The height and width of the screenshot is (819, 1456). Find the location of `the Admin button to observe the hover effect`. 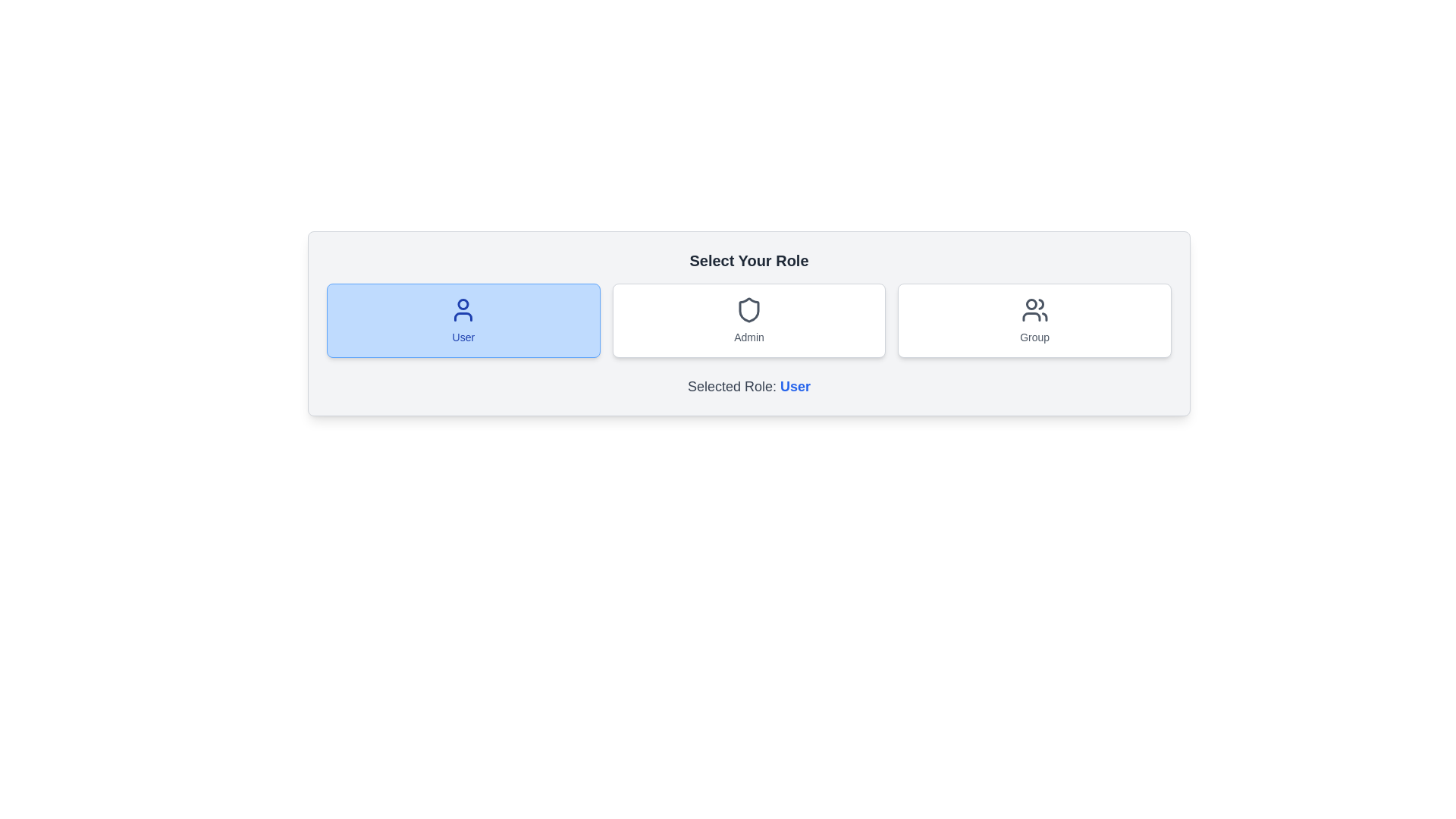

the Admin button to observe the hover effect is located at coordinates (749, 320).